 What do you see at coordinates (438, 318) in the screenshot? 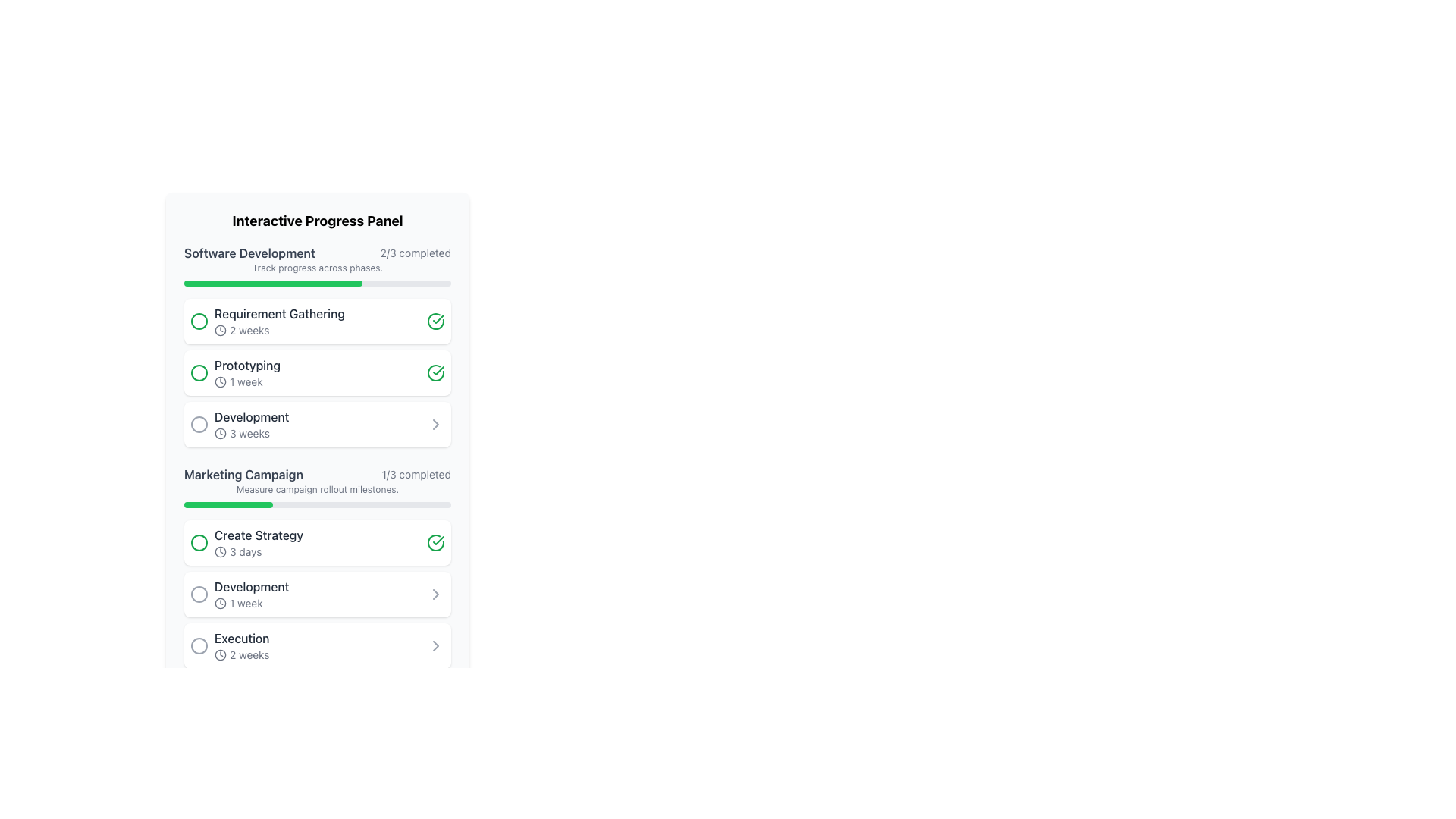
I see `the completion icon located at the far-right end of the second item in the 'Software Development' list, adjacent to the text 'Prototyping'` at bounding box center [438, 318].